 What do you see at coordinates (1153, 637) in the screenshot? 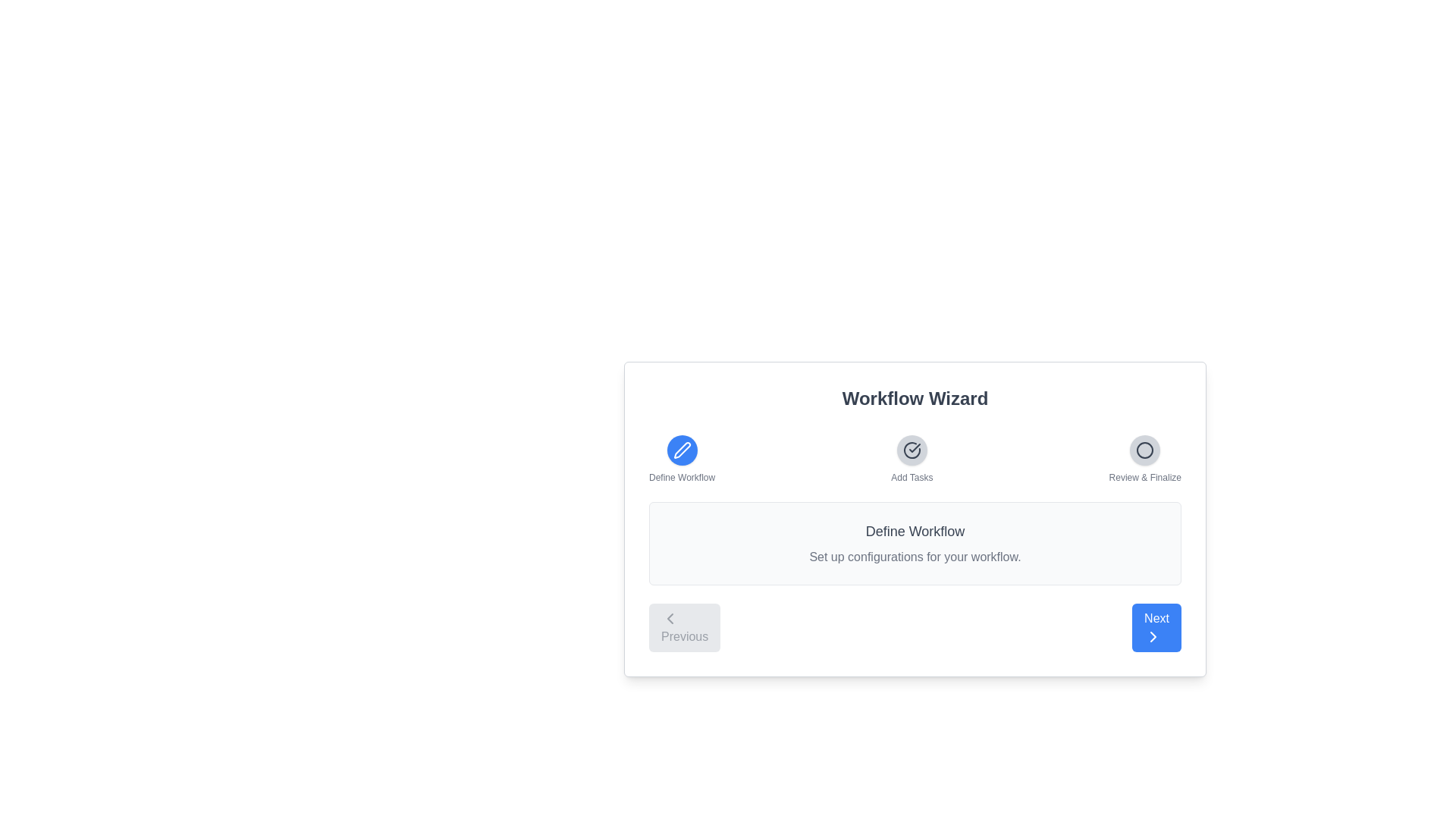
I see `the chevron arrow icon within the blue 'Next' button located at the bottom right corner of the workflow wizard dialog box` at bounding box center [1153, 637].